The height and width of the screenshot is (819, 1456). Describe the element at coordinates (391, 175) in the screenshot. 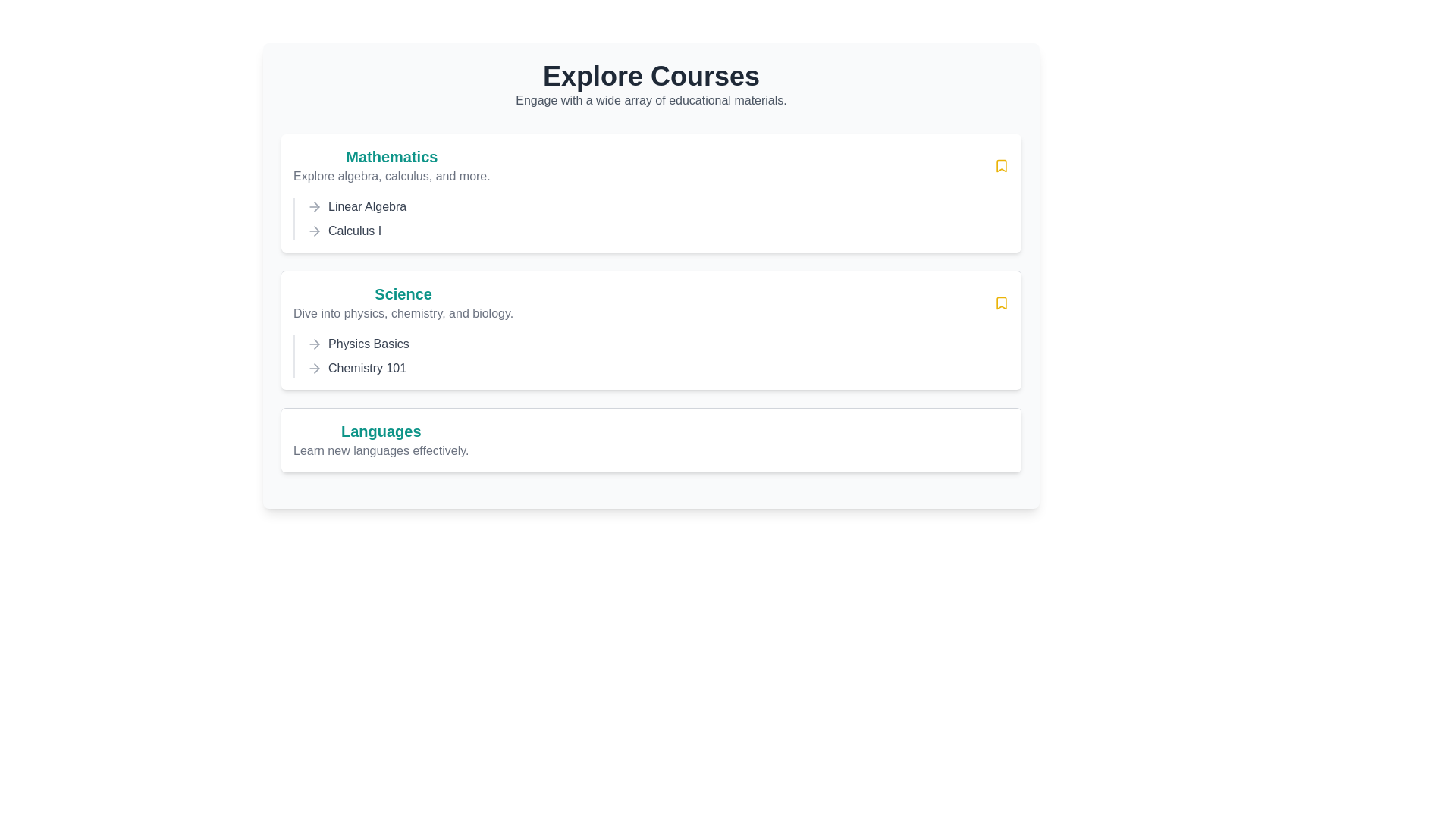

I see `the supplementary static text providing context for the 'Mathematics' category, located immediately after the header in the interface` at that location.